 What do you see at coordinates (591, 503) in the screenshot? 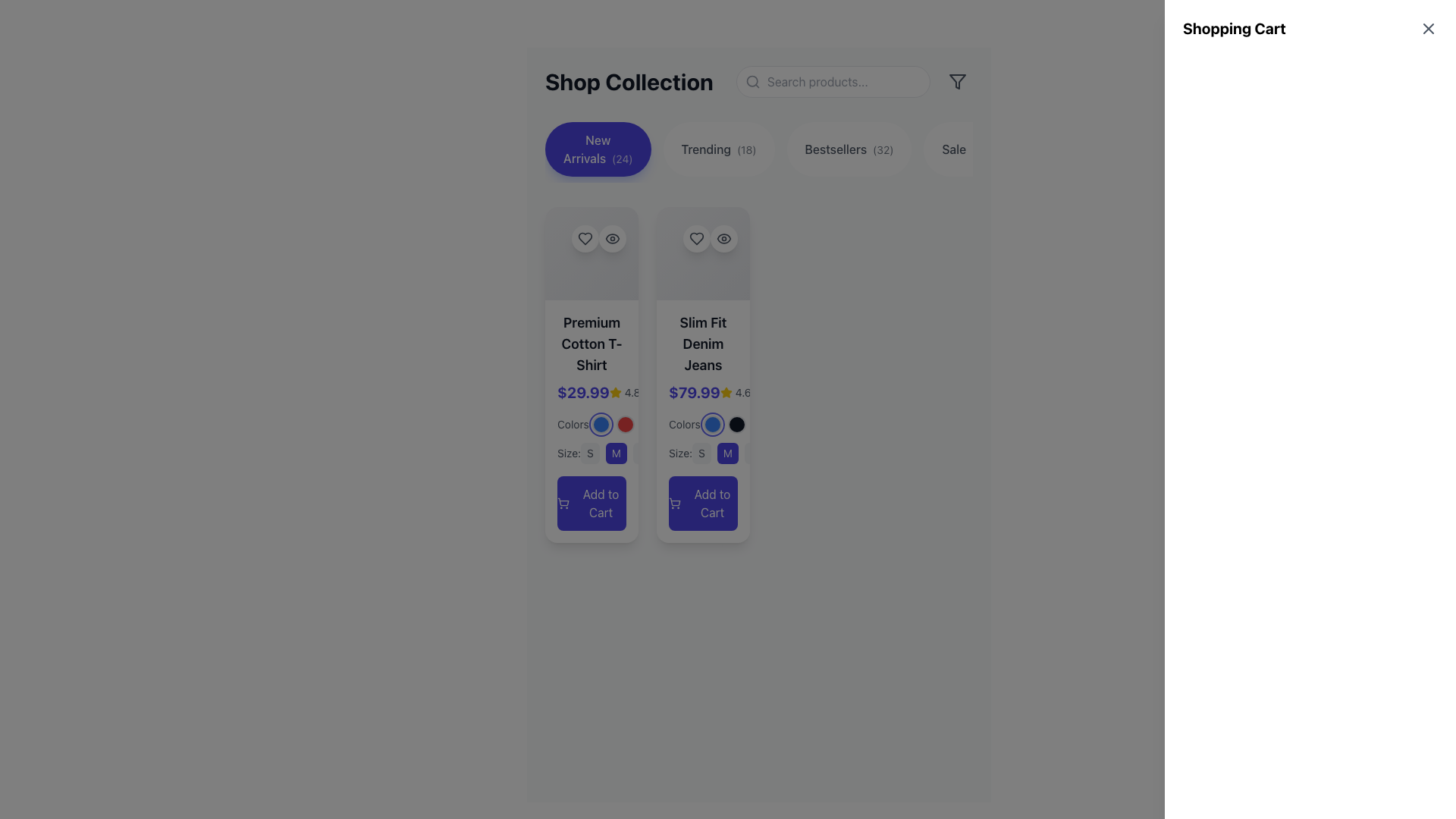
I see `the 'Add to Cart' button located below the 'Size' section in the 'Premium Cotton T-Shirt' card` at bounding box center [591, 503].